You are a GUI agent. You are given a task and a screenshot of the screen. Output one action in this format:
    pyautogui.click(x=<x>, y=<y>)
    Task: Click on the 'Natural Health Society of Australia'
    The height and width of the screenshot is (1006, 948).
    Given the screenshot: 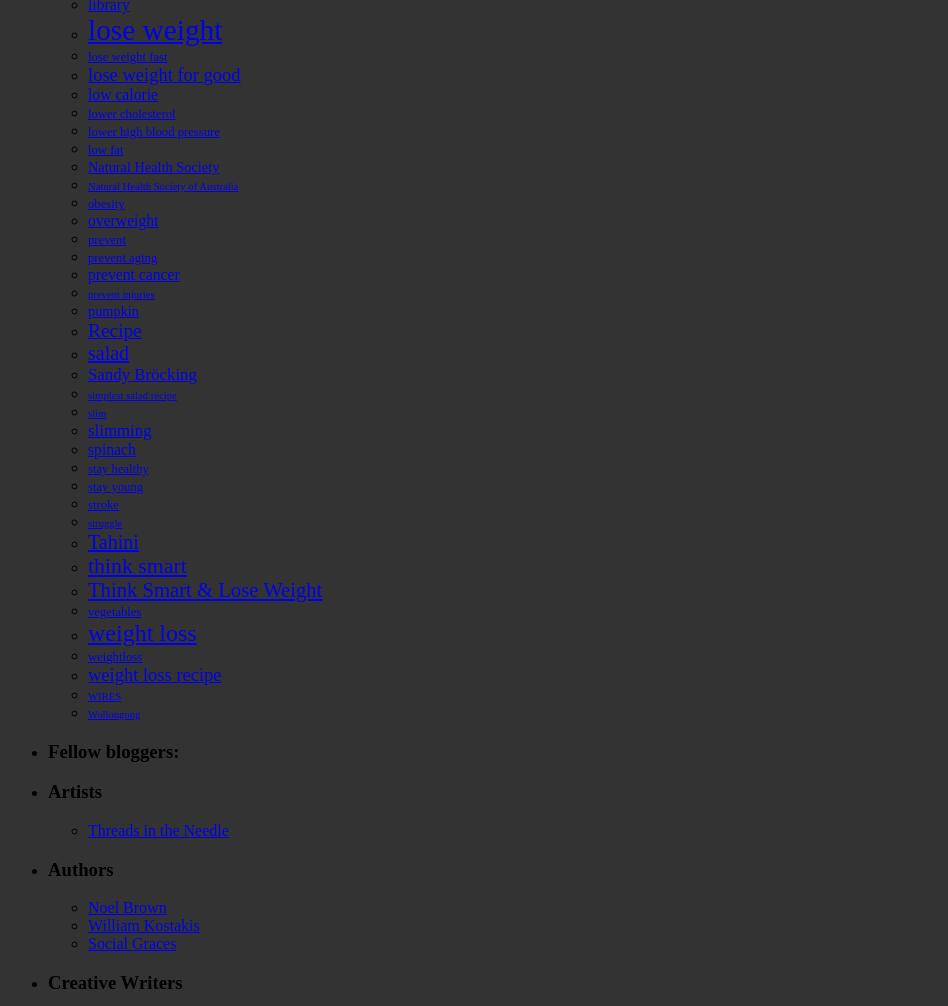 What is the action you would take?
    pyautogui.click(x=161, y=185)
    